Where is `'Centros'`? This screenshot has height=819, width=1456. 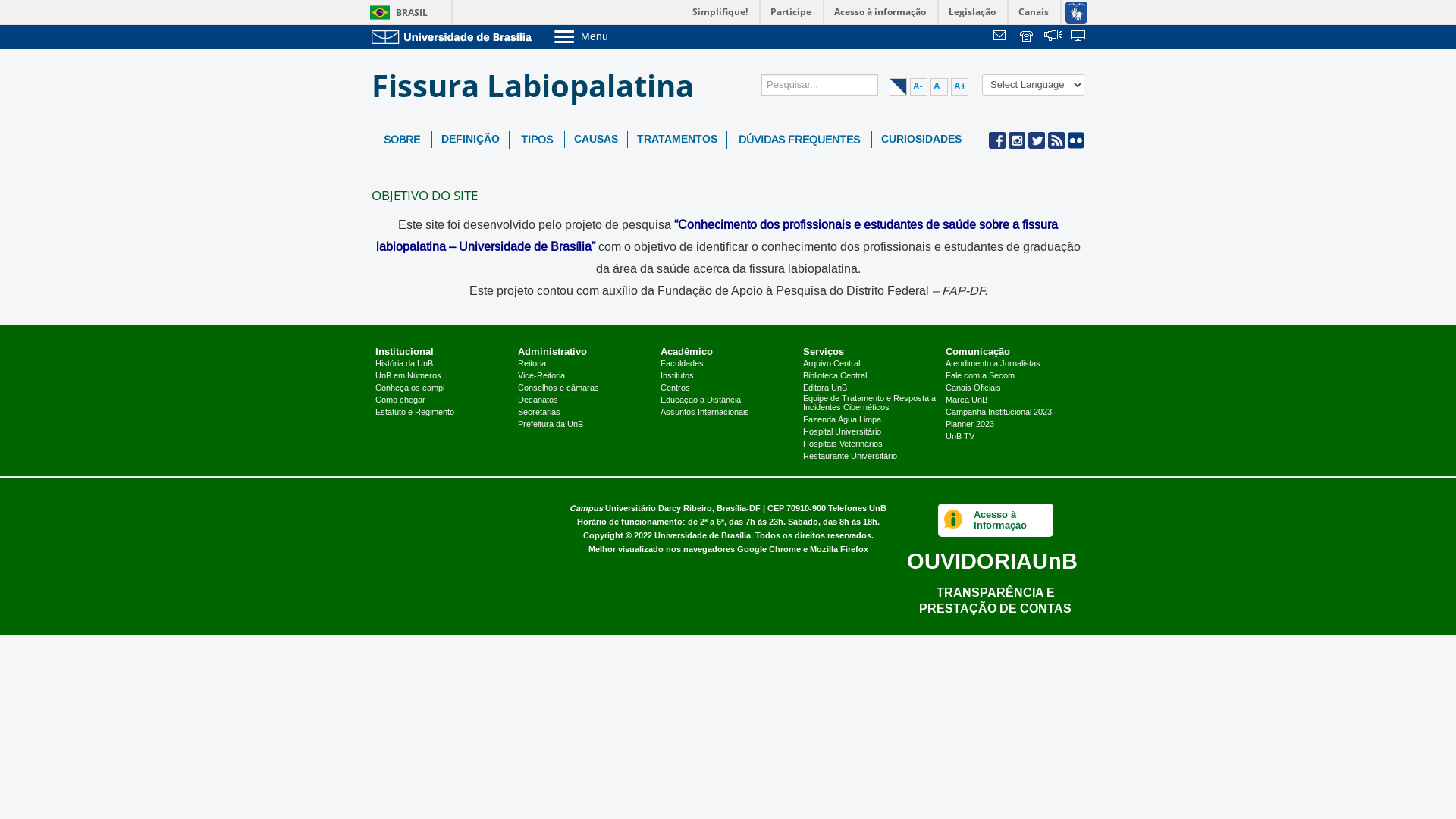 'Centros' is located at coordinates (674, 388).